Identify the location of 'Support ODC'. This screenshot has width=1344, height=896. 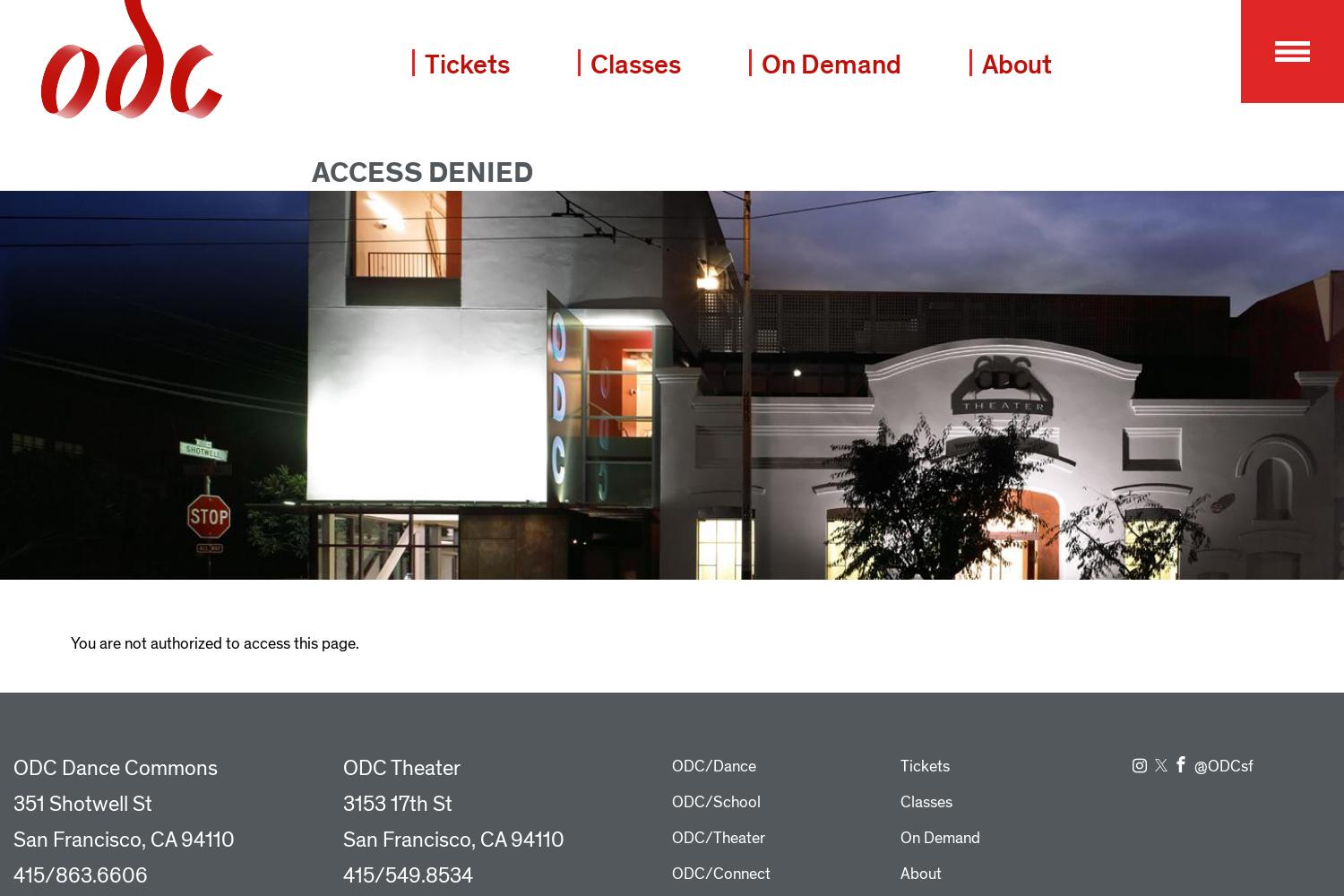
(58, 478).